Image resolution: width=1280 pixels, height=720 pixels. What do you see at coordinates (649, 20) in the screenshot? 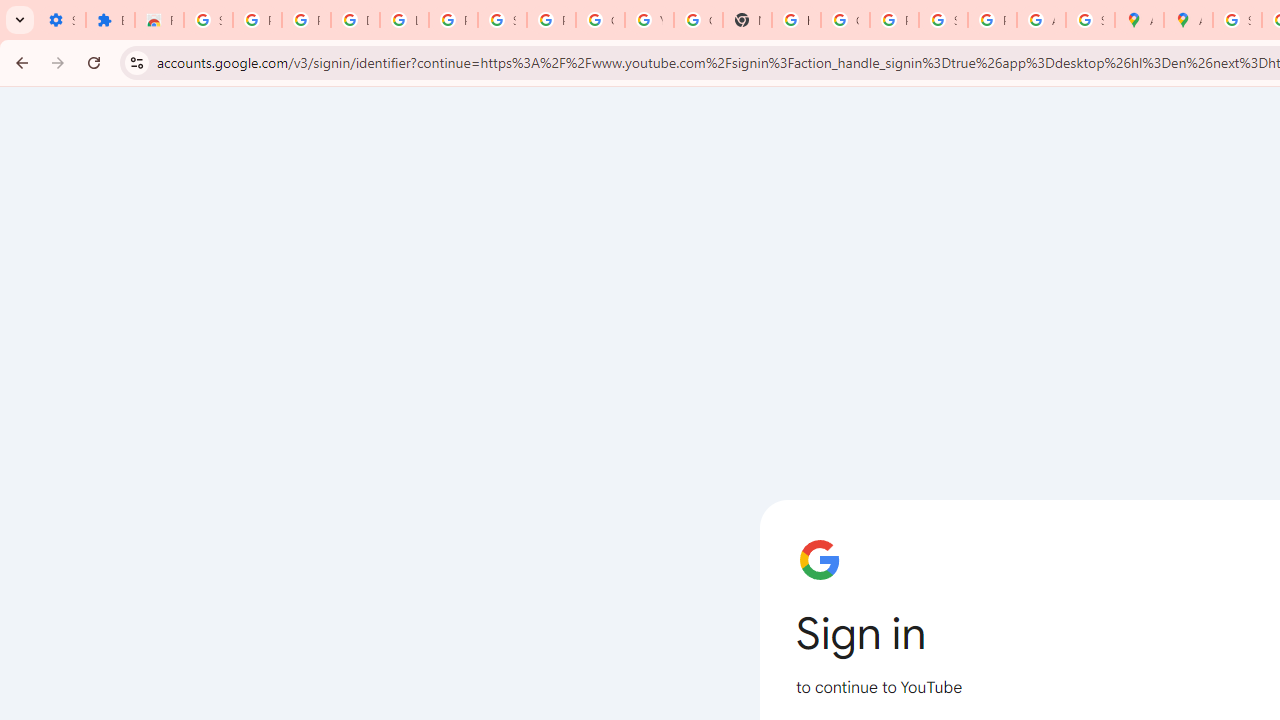
I see `'YouTube'` at bounding box center [649, 20].